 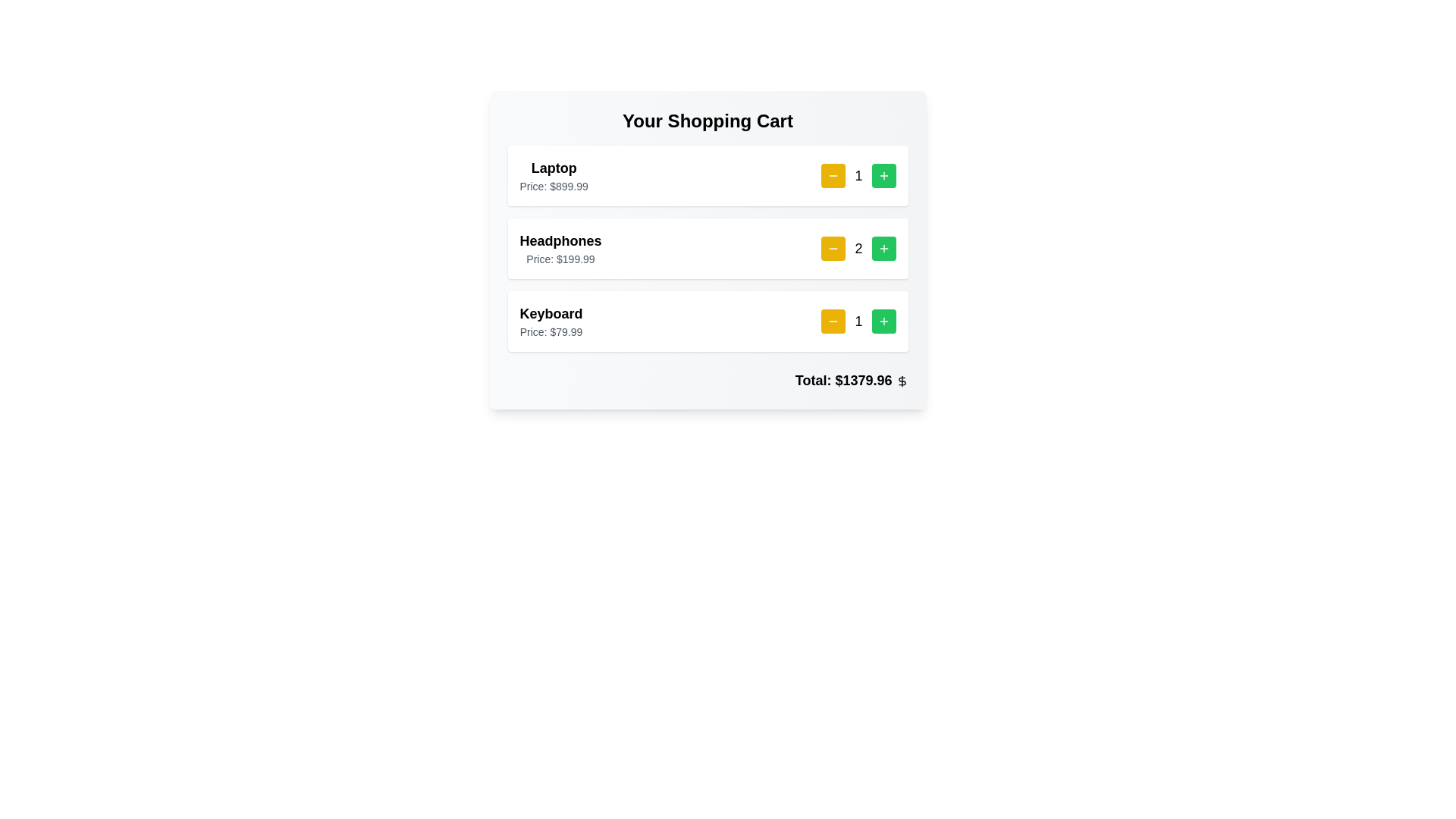 I want to click on the increase quantity button for the item with name Keyboard, so click(x=883, y=321).